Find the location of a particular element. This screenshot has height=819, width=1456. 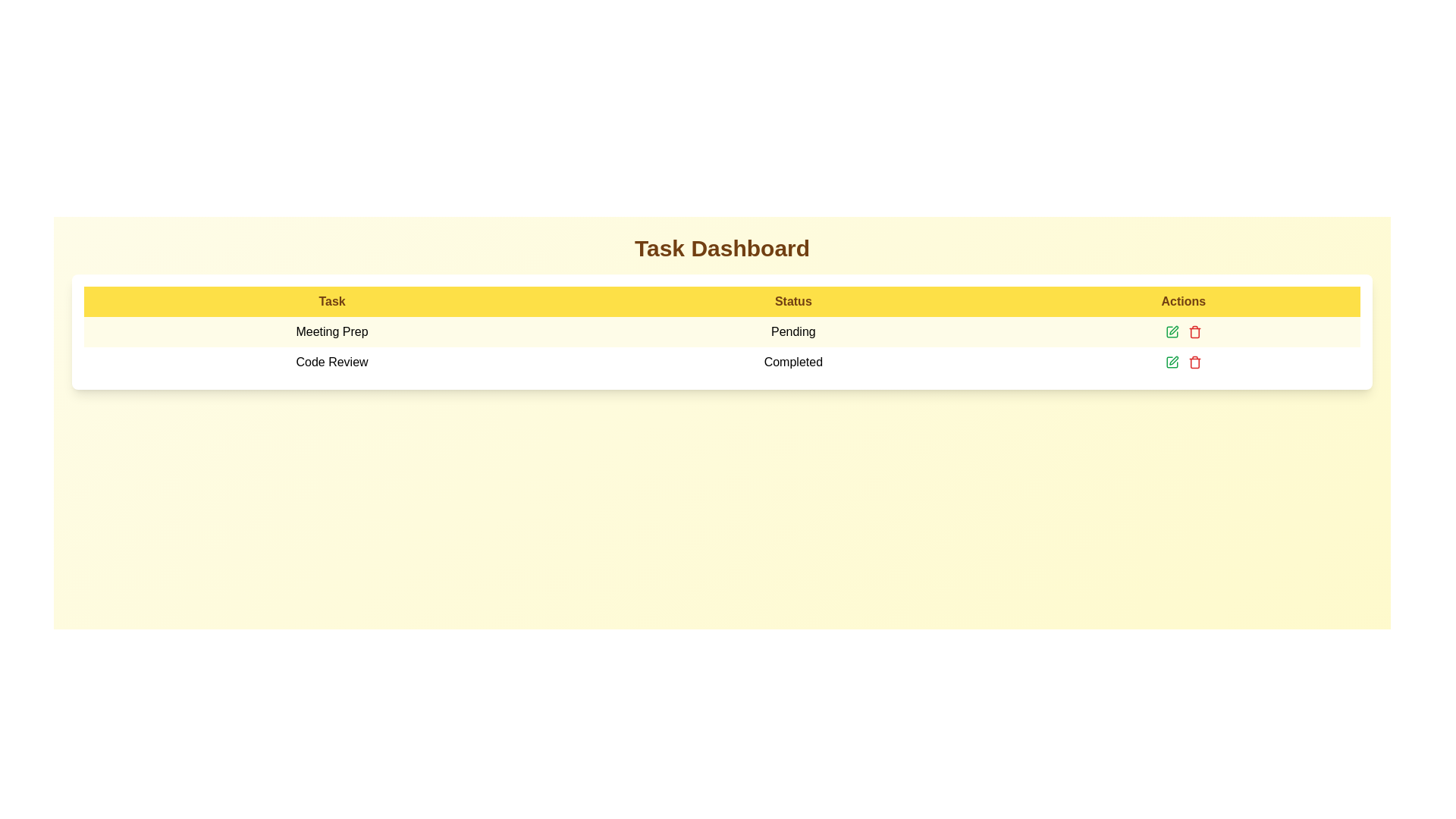

the pencil-like icon button located in the Actions column next to the 'Code Review' row in the bottom row of the structured table is located at coordinates (1173, 360).